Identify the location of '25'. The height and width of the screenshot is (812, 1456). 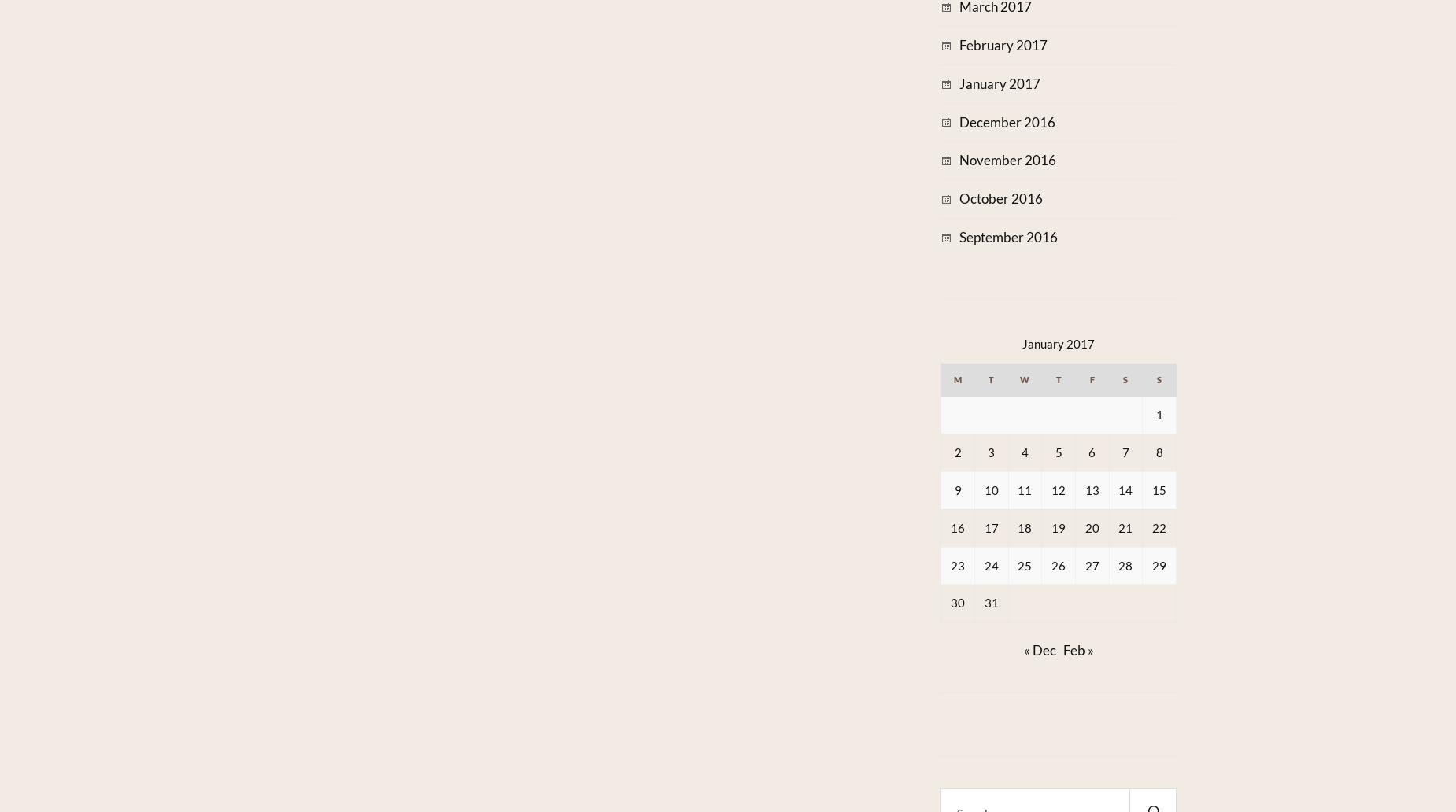
(1024, 563).